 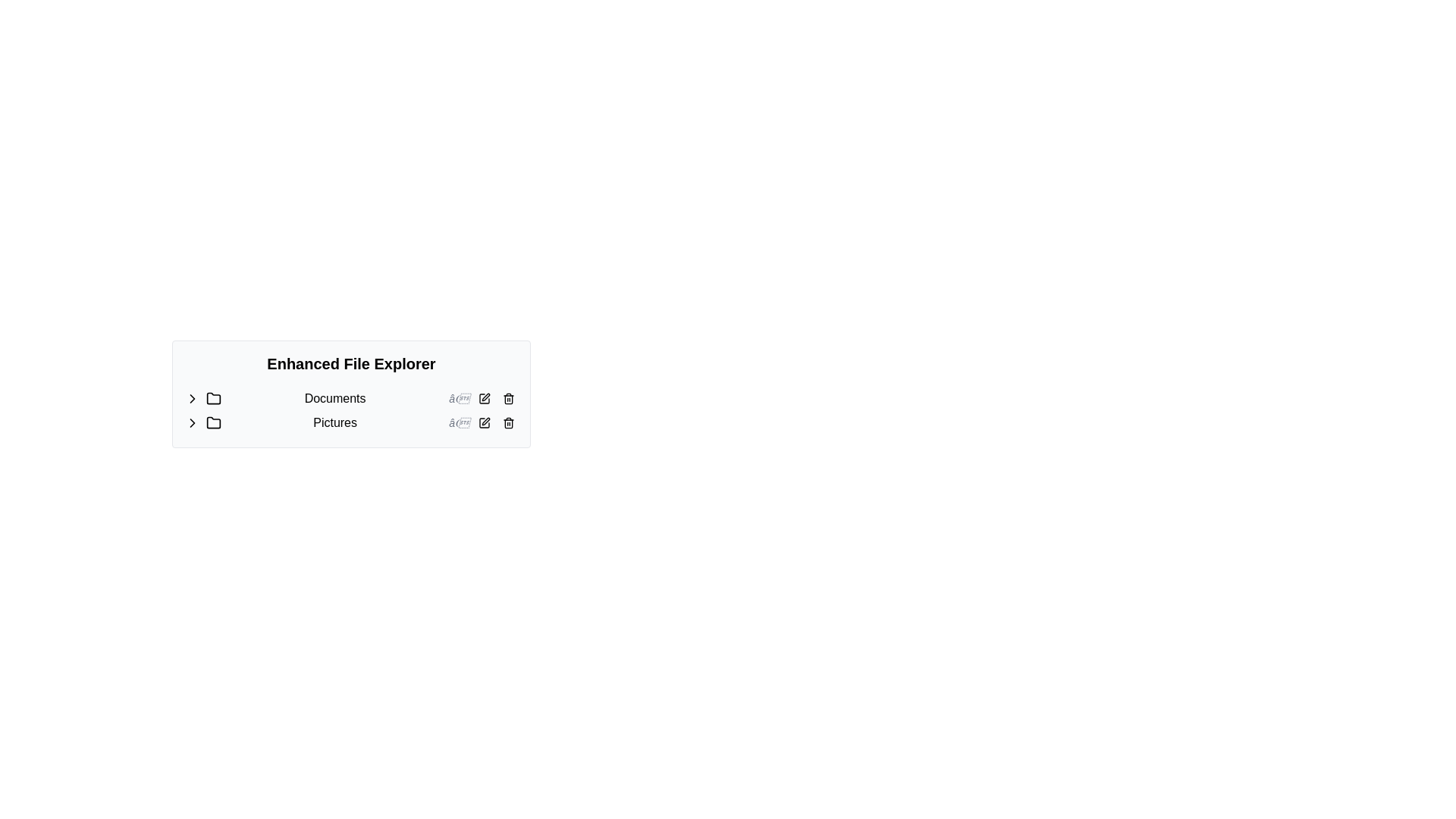 I want to click on the 'Documents' label in the 'Enhanced File Explorer' section, which displays a folder icon to the left and is aligned with other icons like edit and delete, so click(x=350, y=397).